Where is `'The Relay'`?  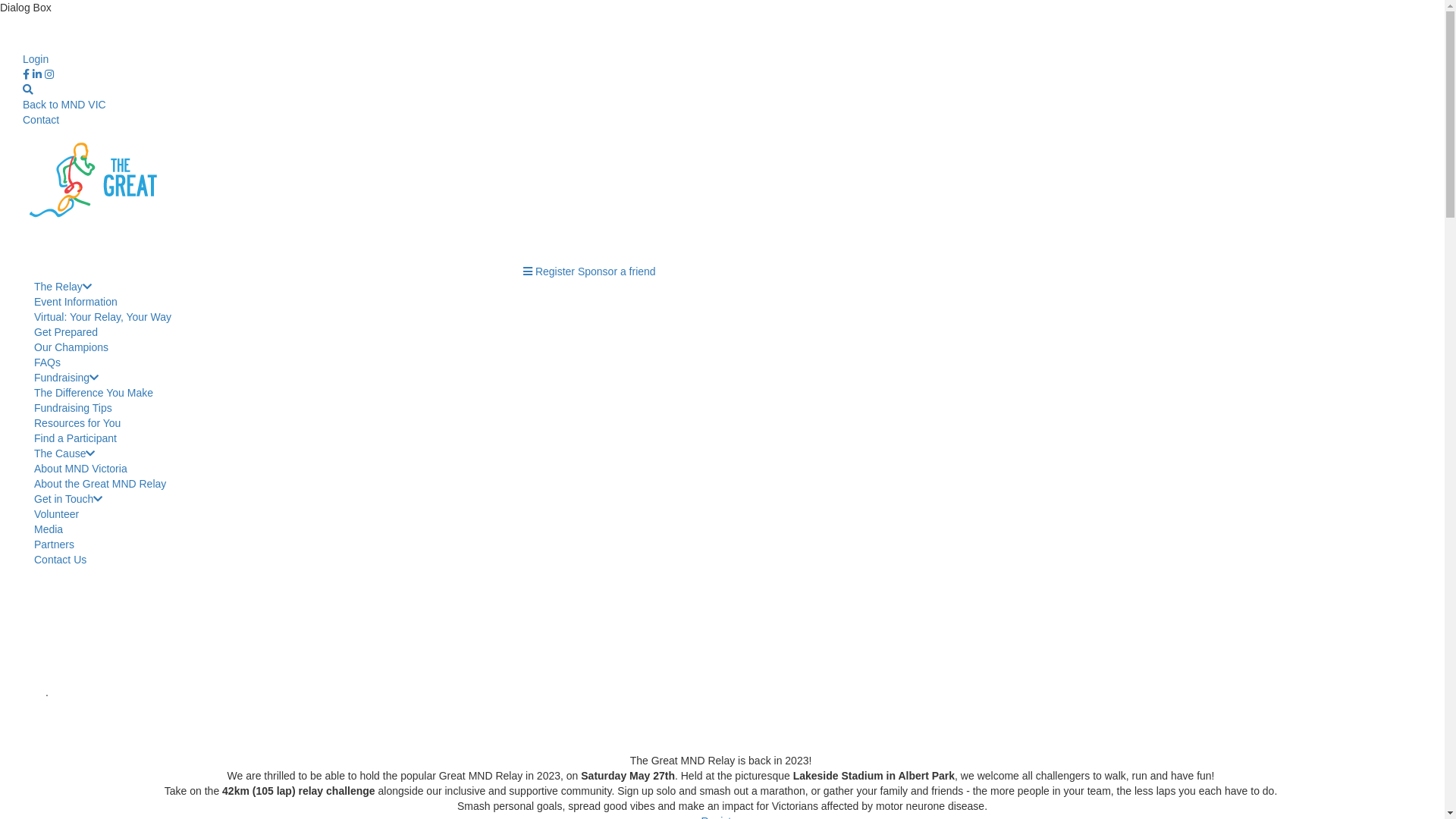 'The Relay' is located at coordinates (61, 287).